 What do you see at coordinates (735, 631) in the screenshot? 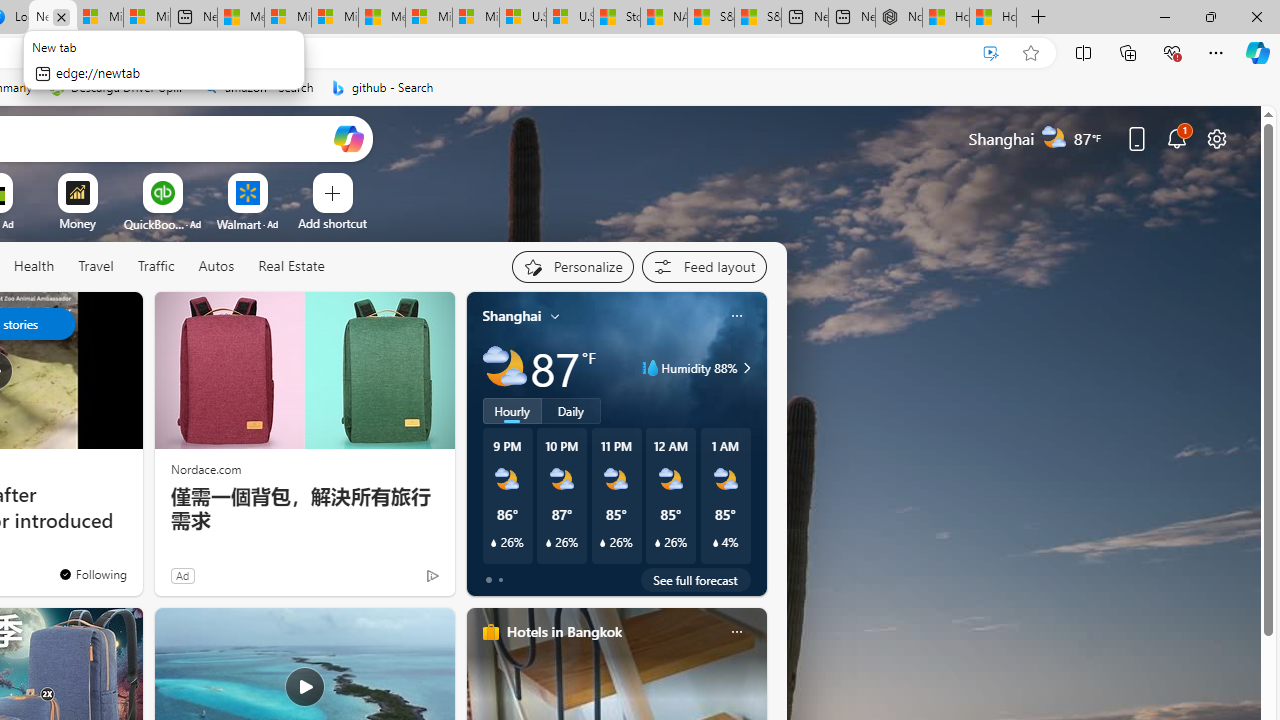
I see `'More options'` at bounding box center [735, 631].